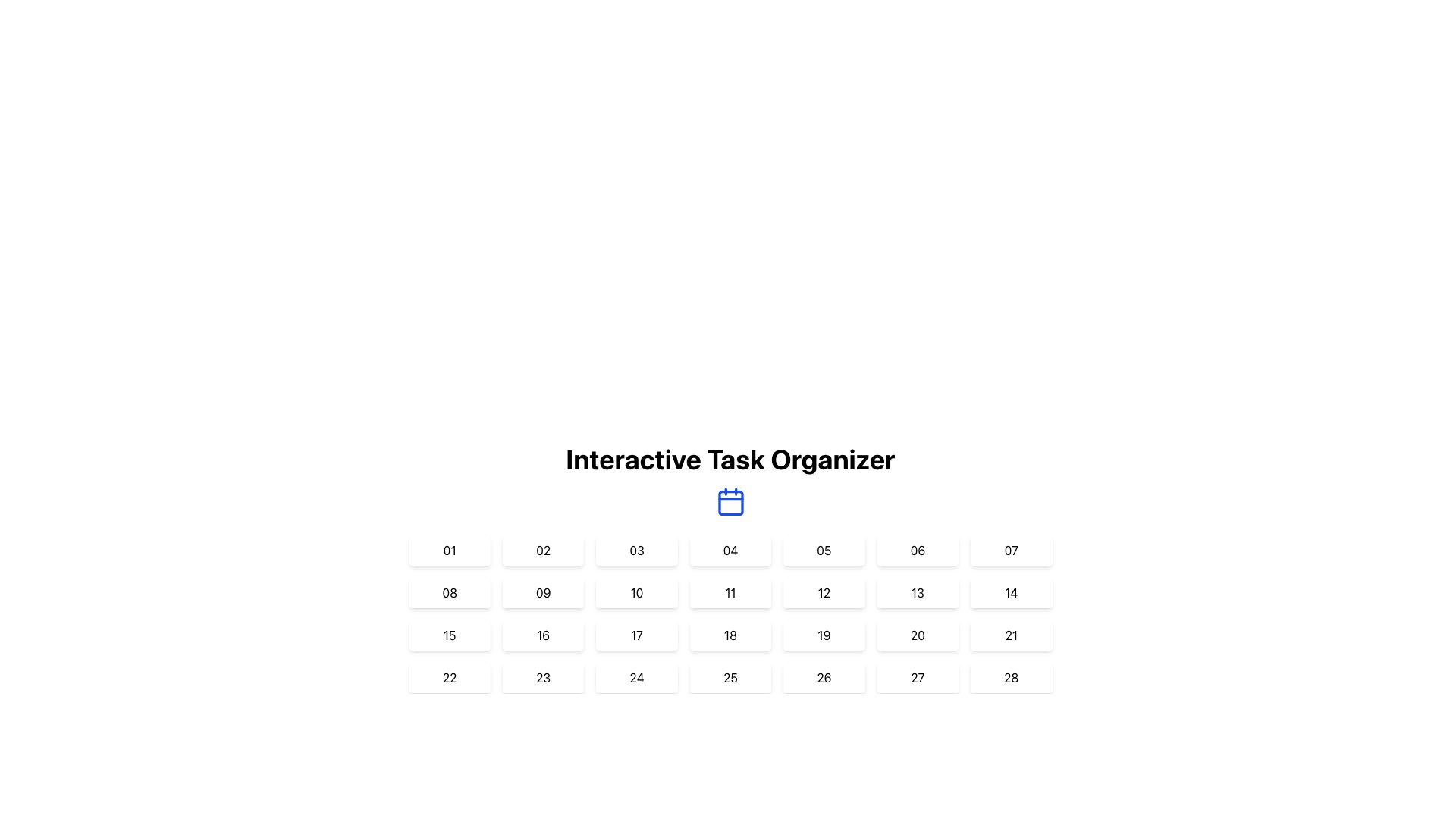 This screenshot has height=819, width=1456. Describe the element at coordinates (823, 635) in the screenshot. I see `the button labeled '19', which is a rounded rectangular box with a light gray background located in the 5th position of the third row in a 7-column grid` at that location.